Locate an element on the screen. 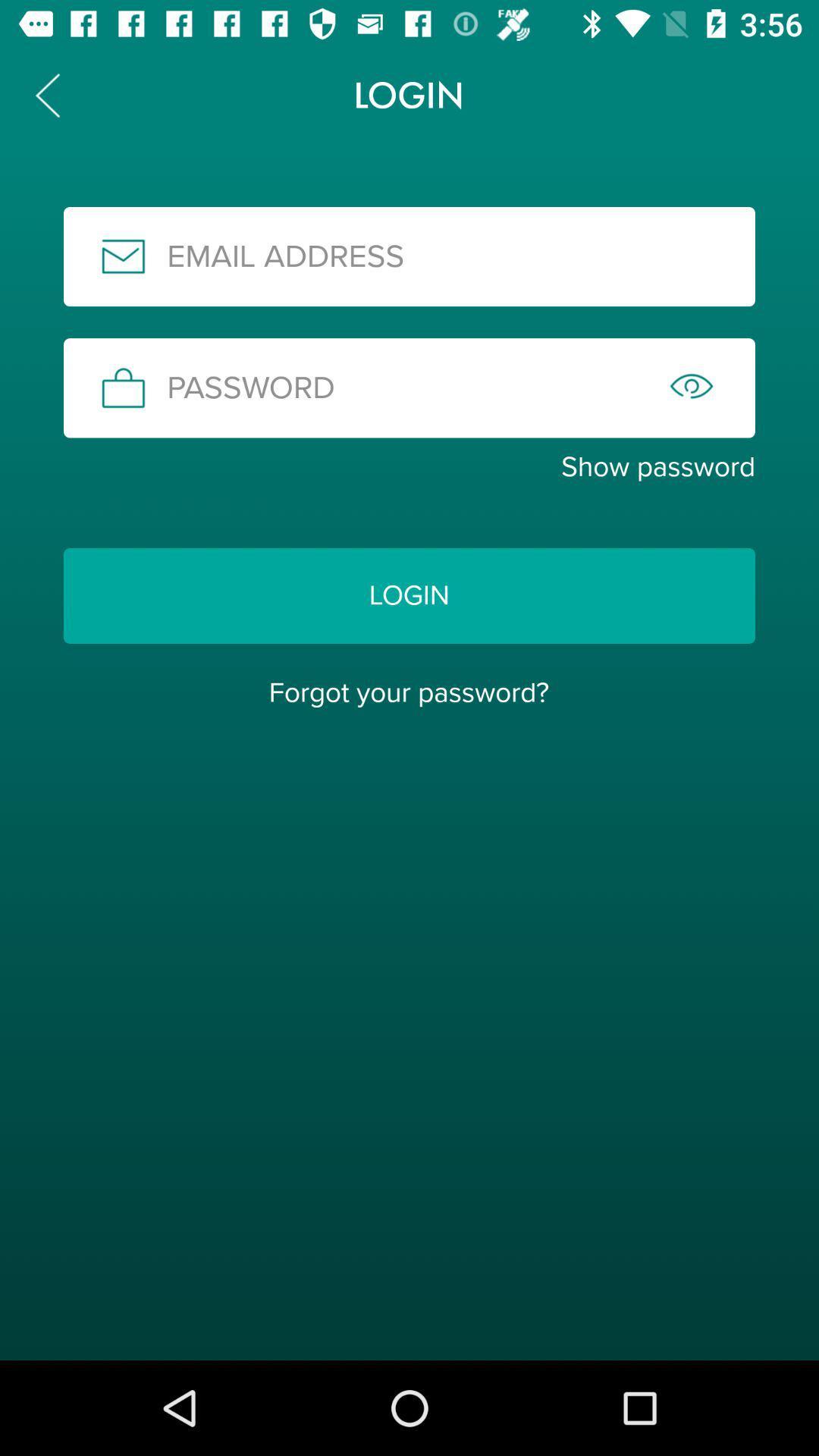  type the email address is located at coordinates (409, 256).